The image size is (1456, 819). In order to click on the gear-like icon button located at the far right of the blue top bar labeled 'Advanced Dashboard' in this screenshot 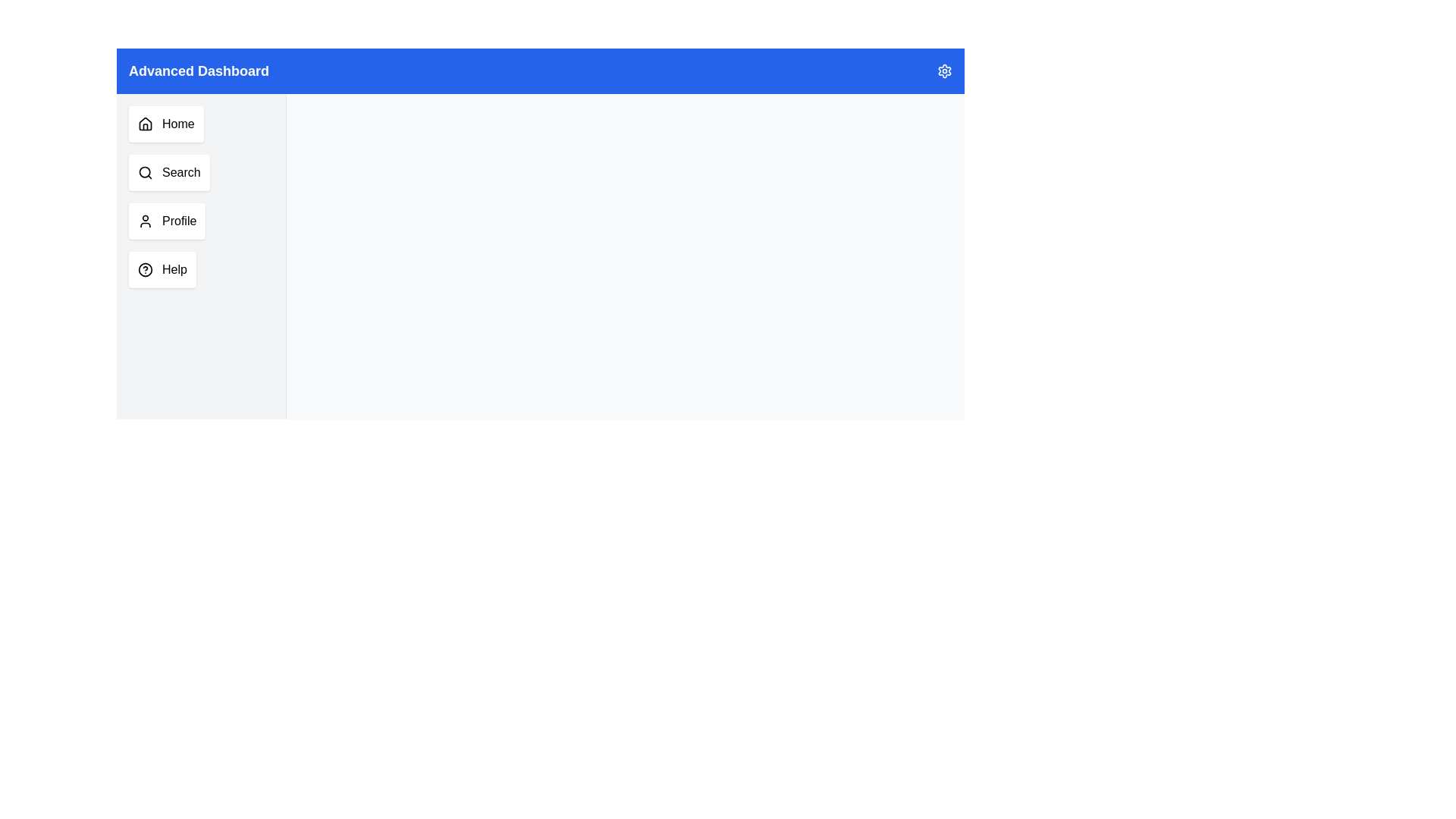, I will do `click(944, 71)`.